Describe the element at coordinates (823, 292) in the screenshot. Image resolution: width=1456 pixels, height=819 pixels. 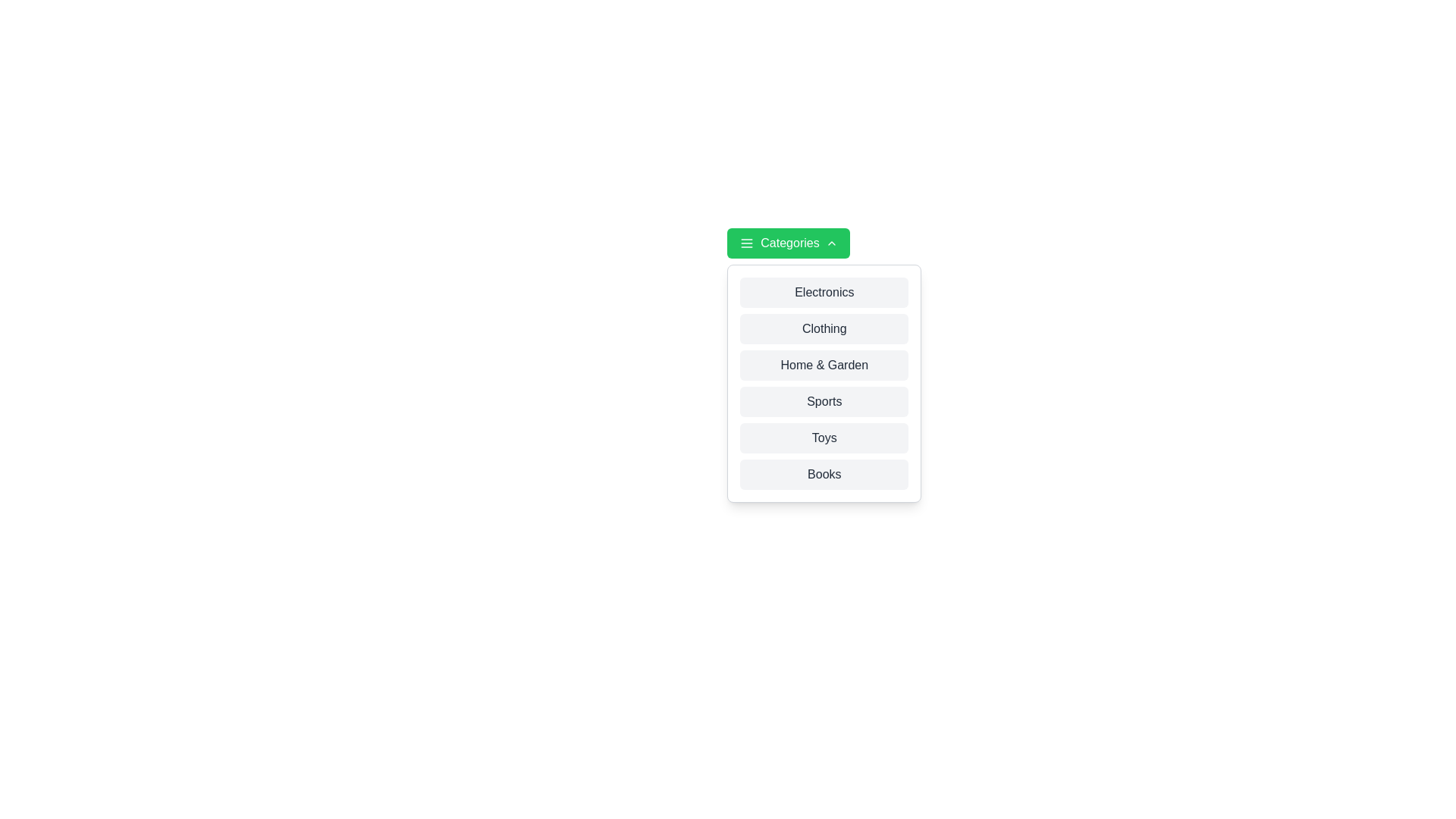
I see `the 'Electronics' category selection button located at the top of the 'Categories' menu` at that location.